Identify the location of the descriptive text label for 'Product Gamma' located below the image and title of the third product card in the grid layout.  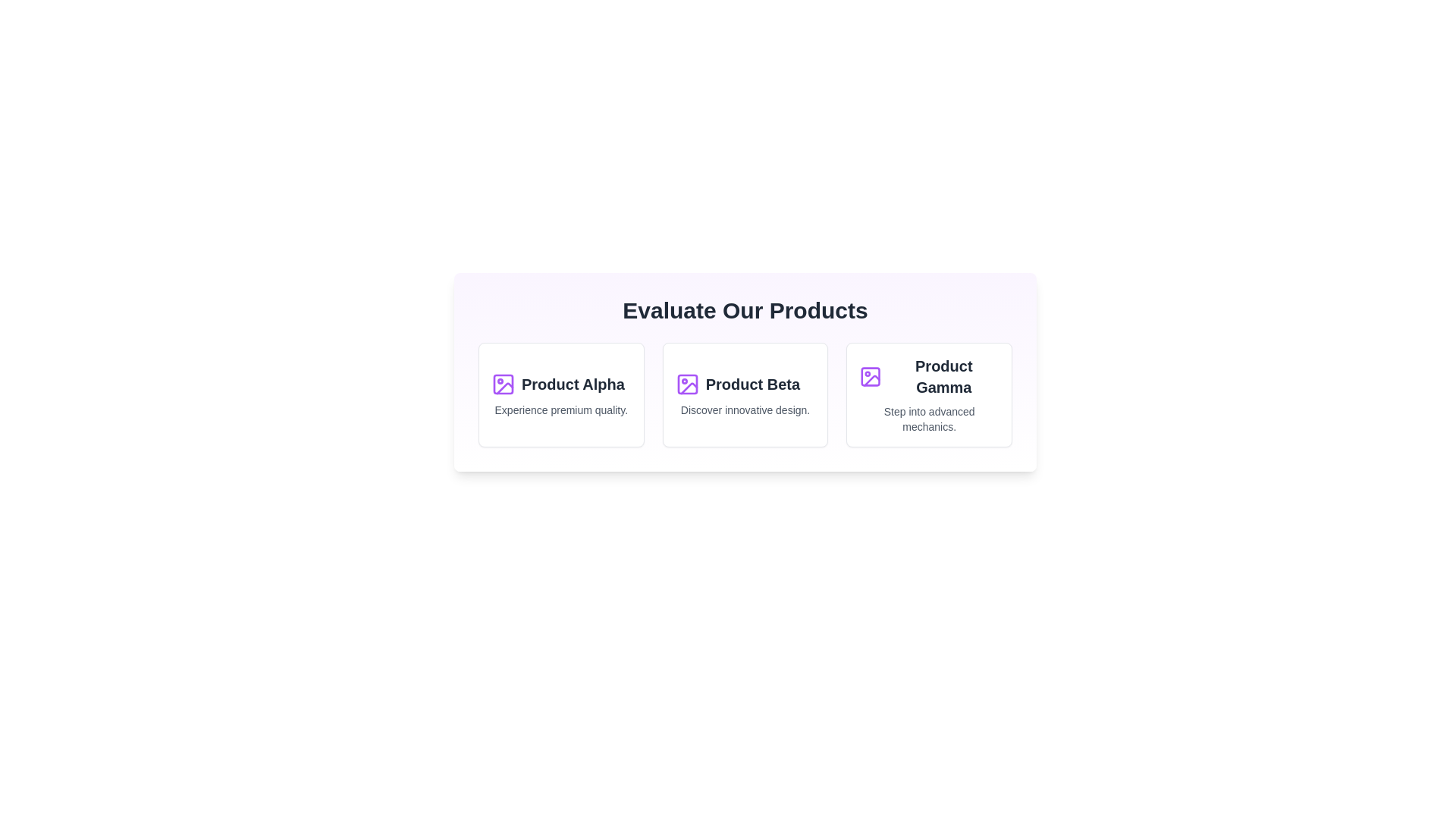
(928, 419).